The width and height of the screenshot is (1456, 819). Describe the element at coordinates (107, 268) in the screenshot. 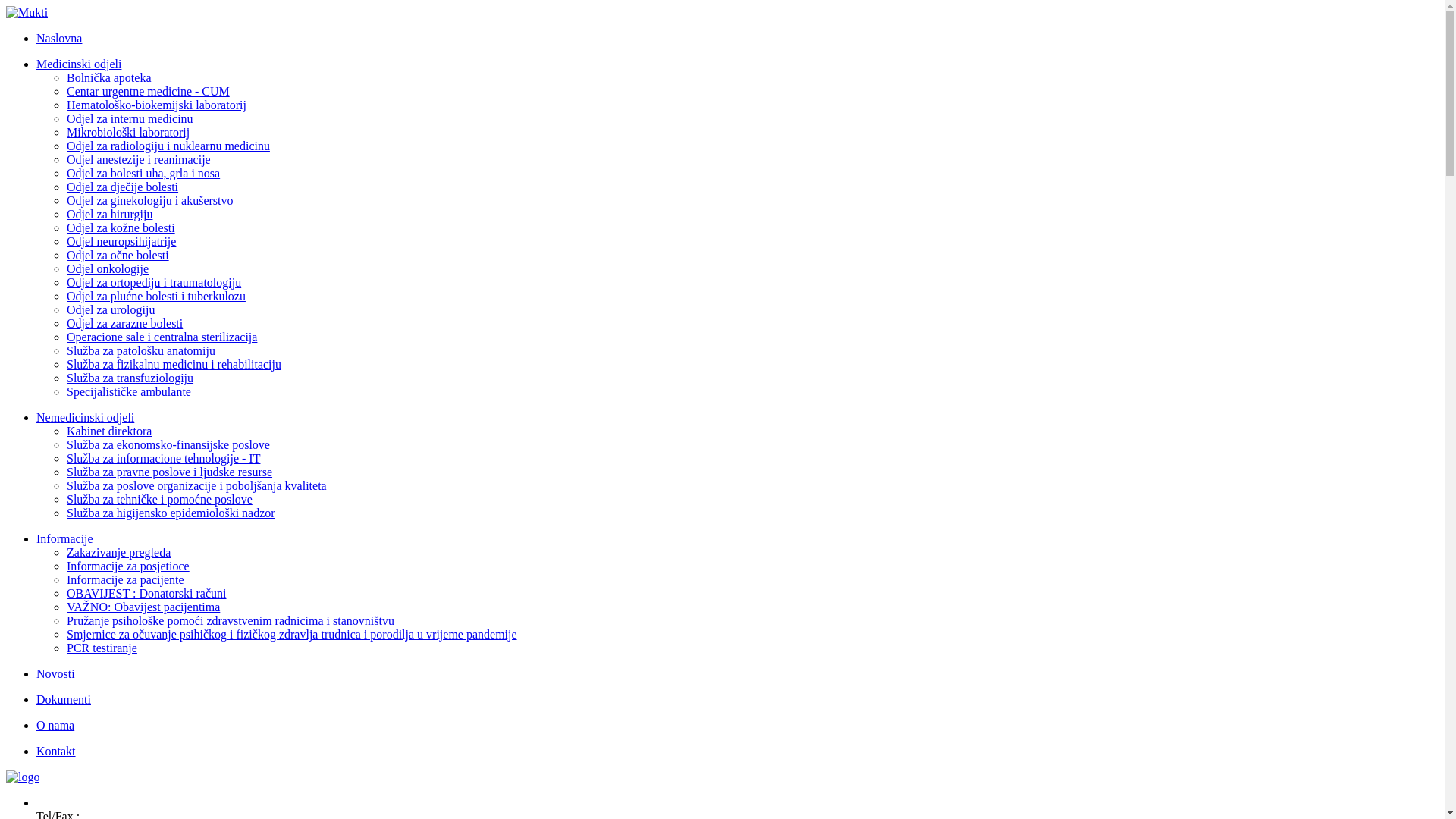

I see `'Odjel onkologije'` at that location.